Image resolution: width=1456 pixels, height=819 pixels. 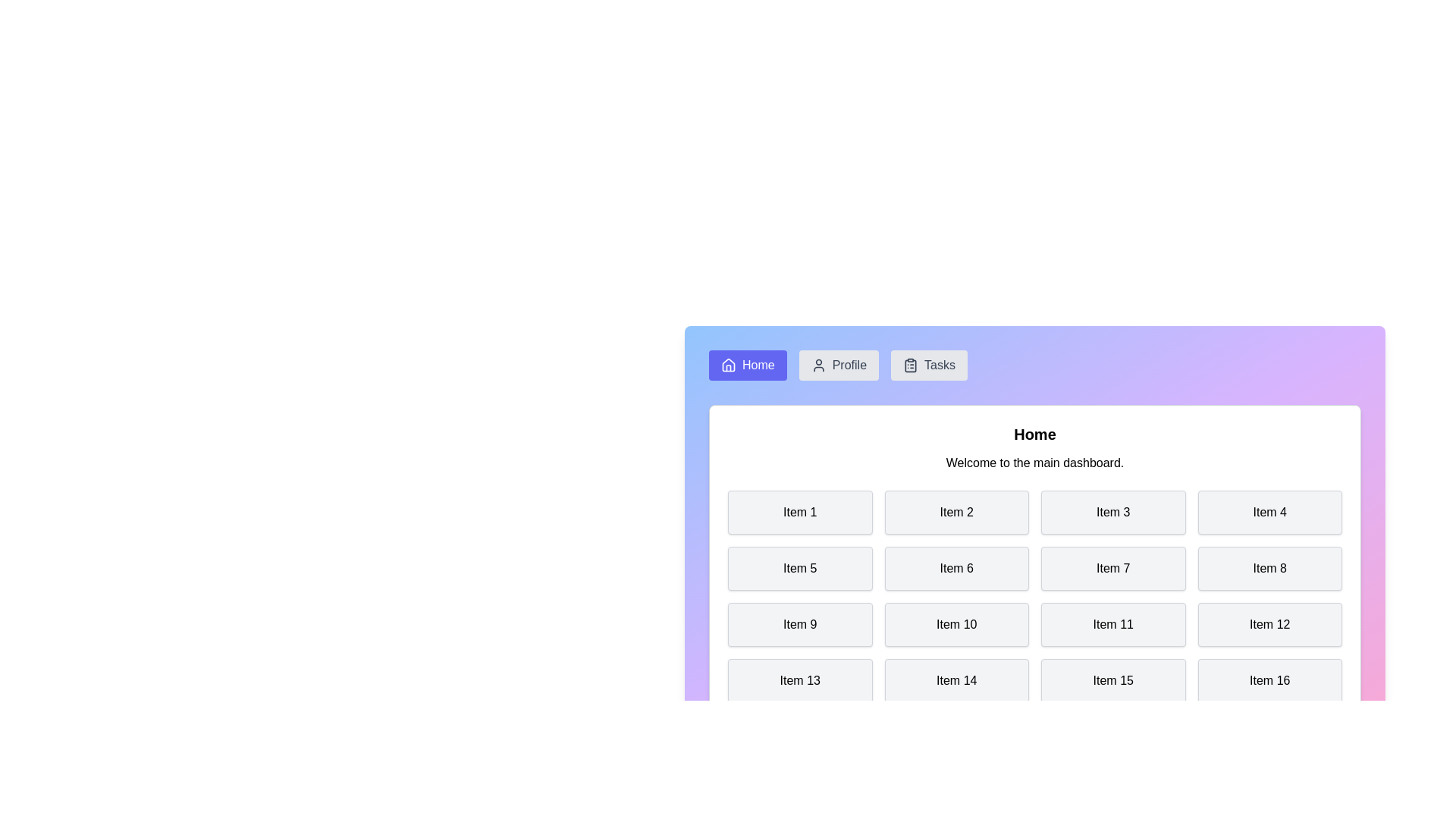 What do you see at coordinates (928, 366) in the screenshot?
I see `the Tasks tab by clicking its navigation button` at bounding box center [928, 366].